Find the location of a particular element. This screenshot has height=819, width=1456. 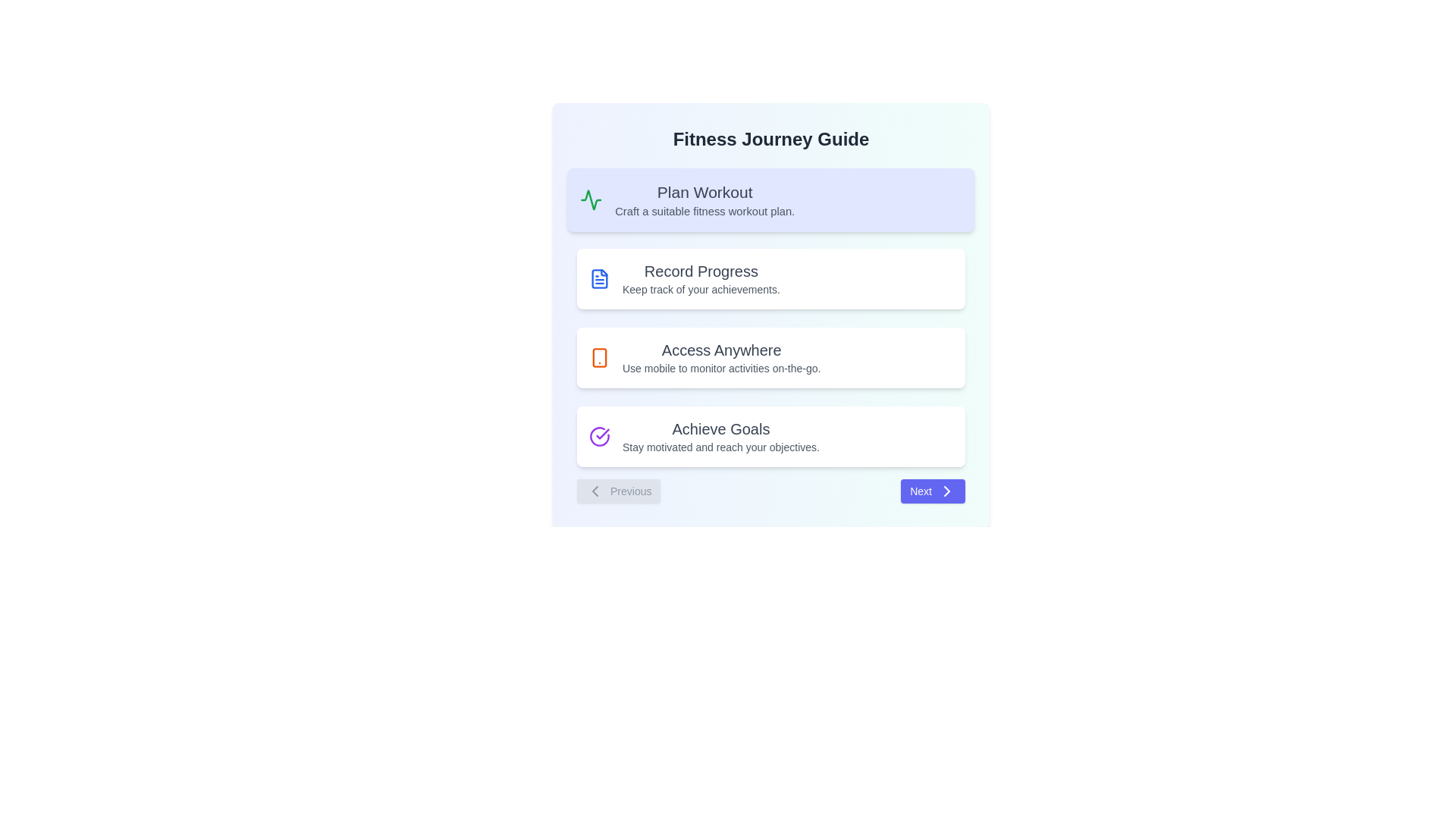

the text label that says 'Stay motivated and reach your objectives.' located below the heading 'Achieve Goals' in the fourth card from the top is located at coordinates (720, 447).